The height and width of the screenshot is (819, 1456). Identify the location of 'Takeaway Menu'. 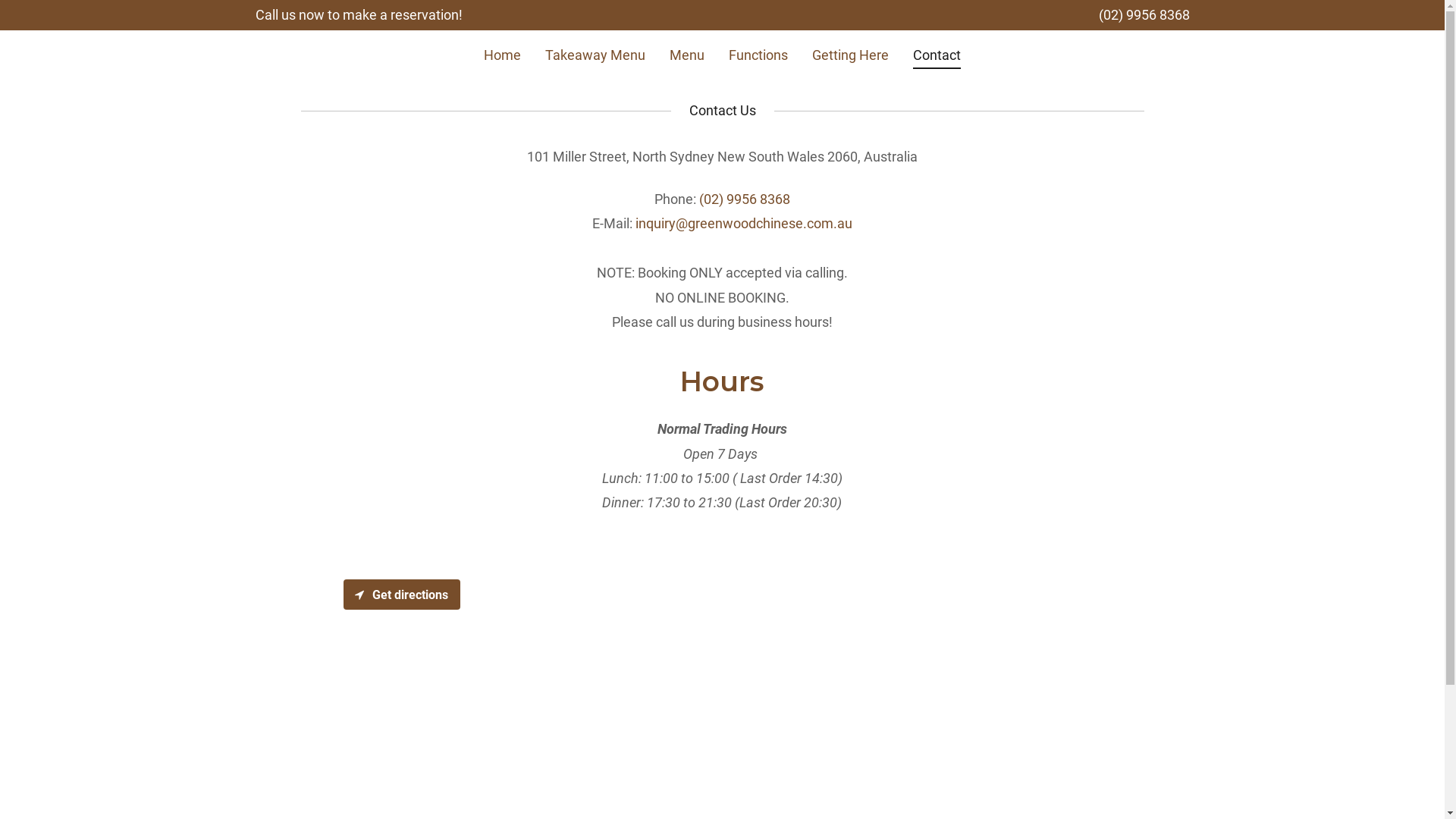
(595, 54).